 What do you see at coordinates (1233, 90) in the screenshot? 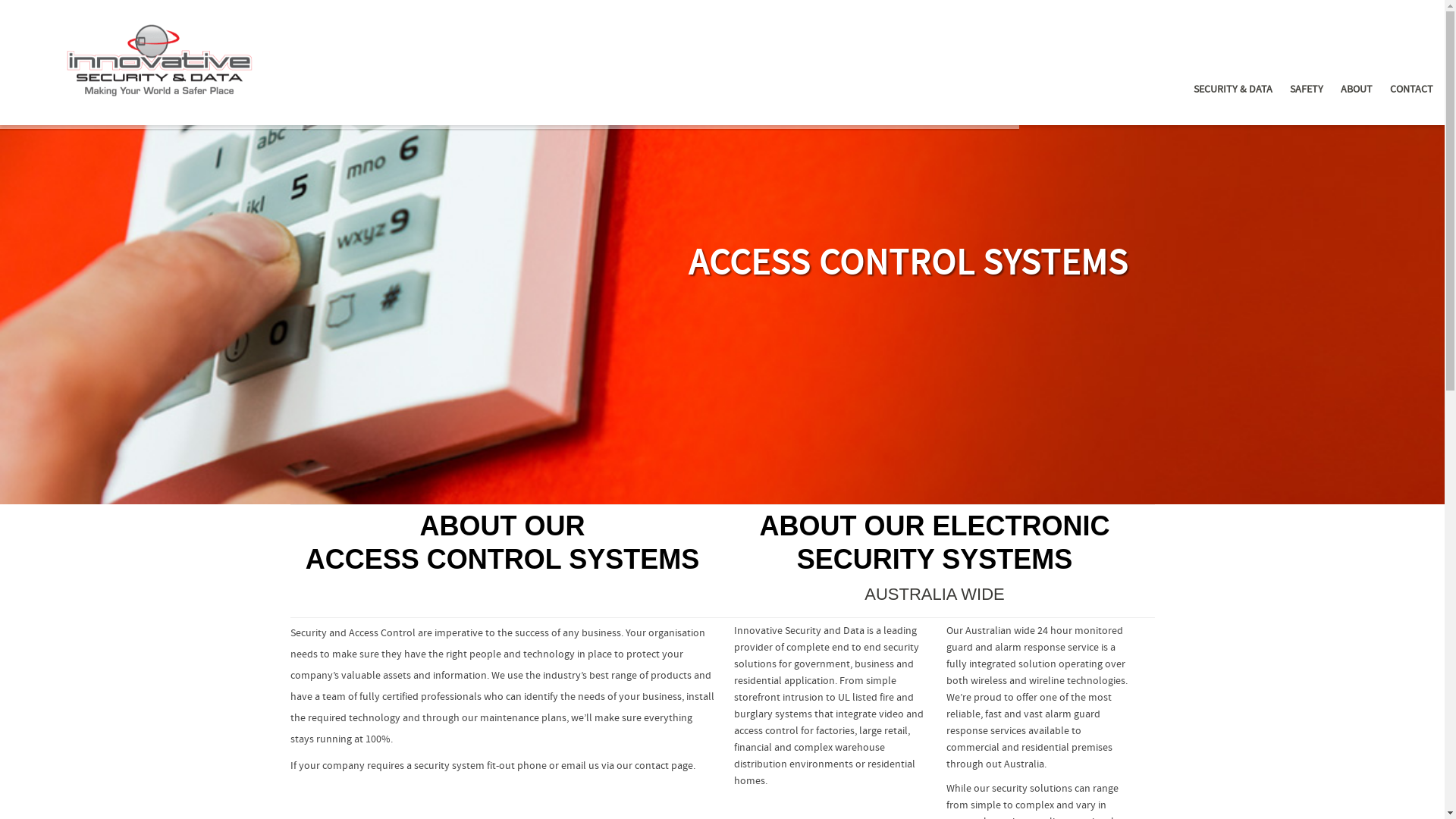
I see `'SECURITY & DATA'` at bounding box center [1233, 90].